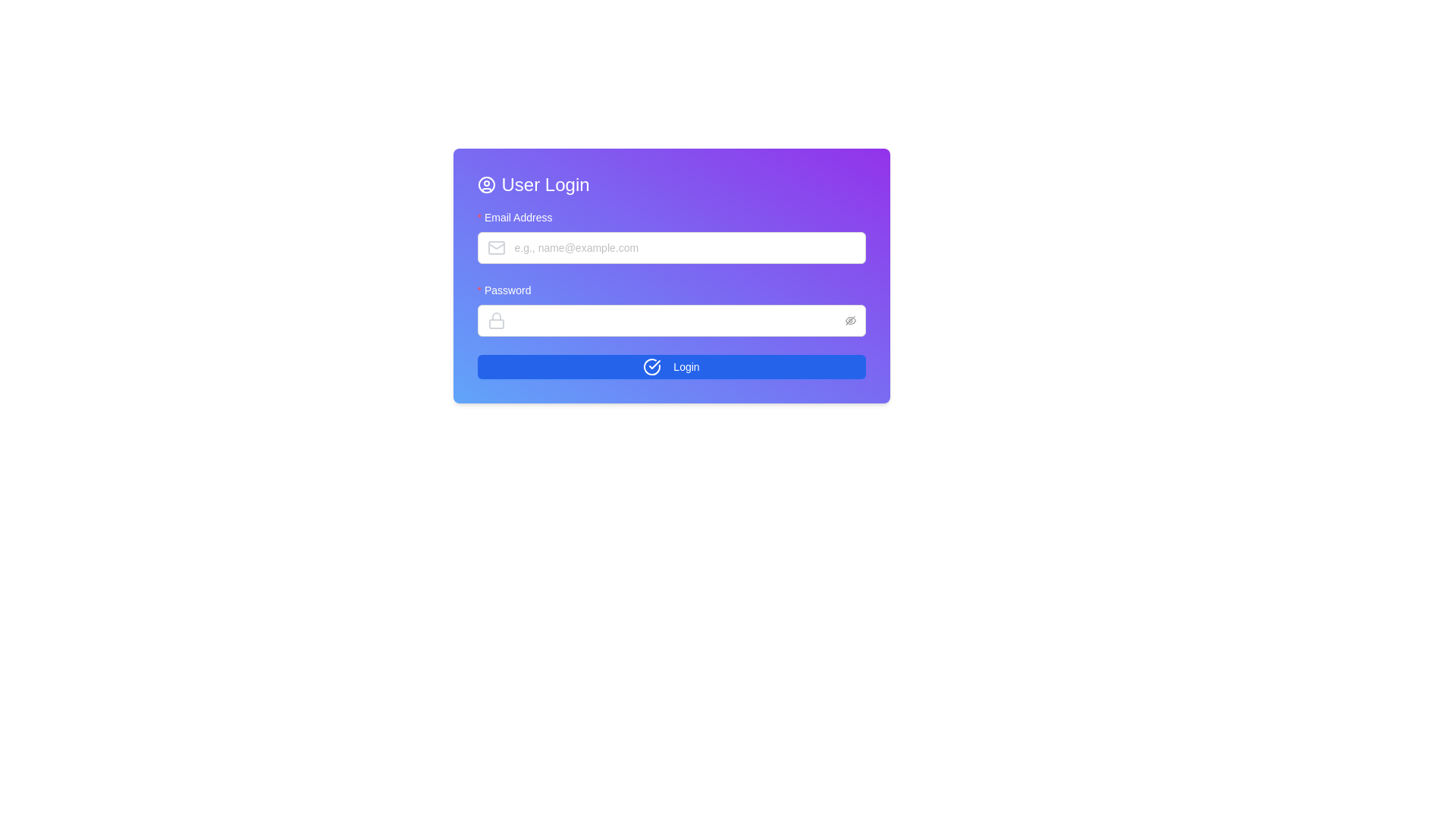  Describe the element at coordinates (518, 217) in the screenshot. I see `the Text Label that identifies the email input field, which is located above the email input field and next to a small red asterisk` at that location.